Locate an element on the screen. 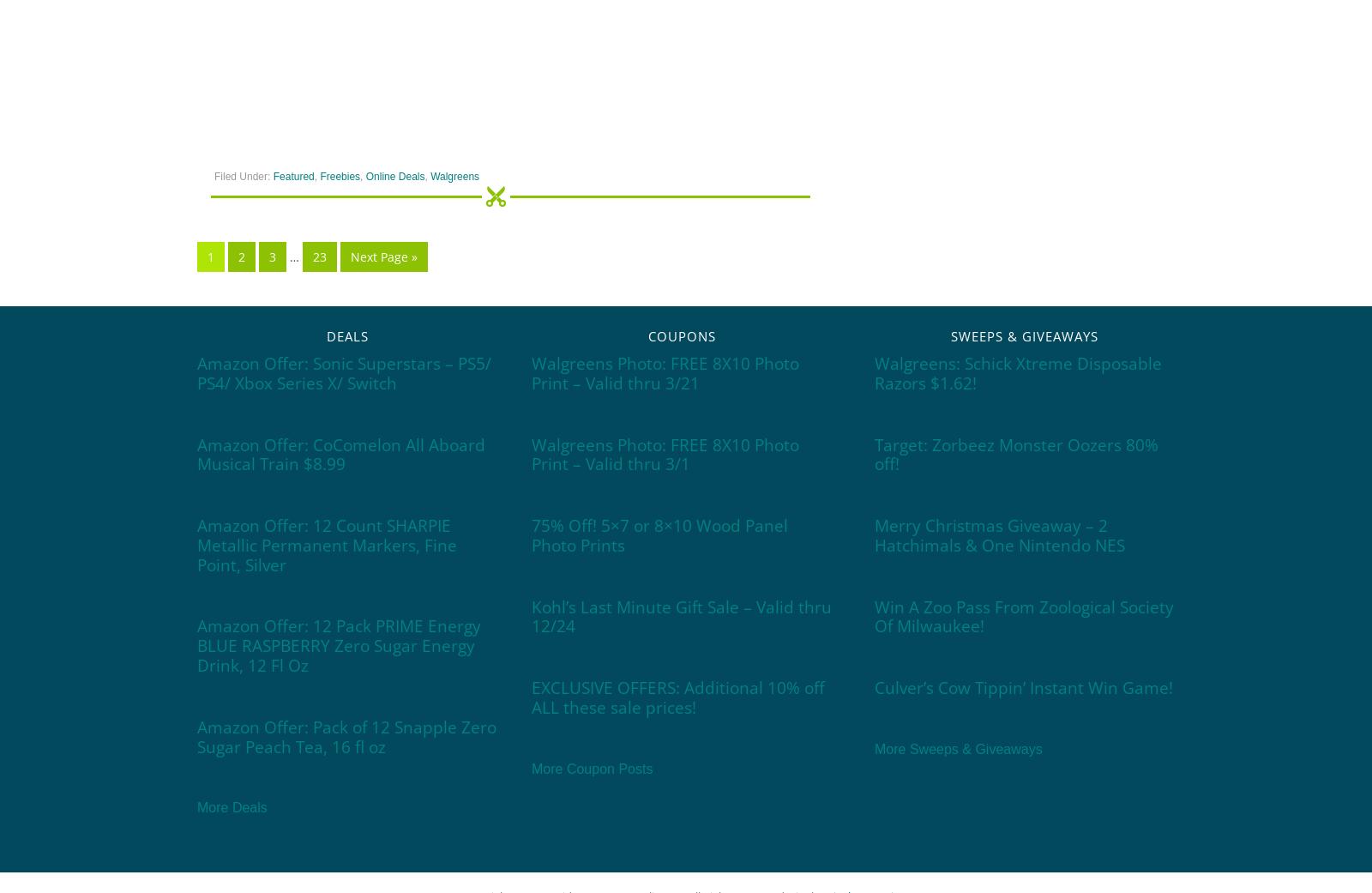 Image resolution: width=1372 pixels, height=893 pixels. 'Win A Zoo Pass From Zoological Society Of Milwaukee!' is located at coordinates (1024, 615).